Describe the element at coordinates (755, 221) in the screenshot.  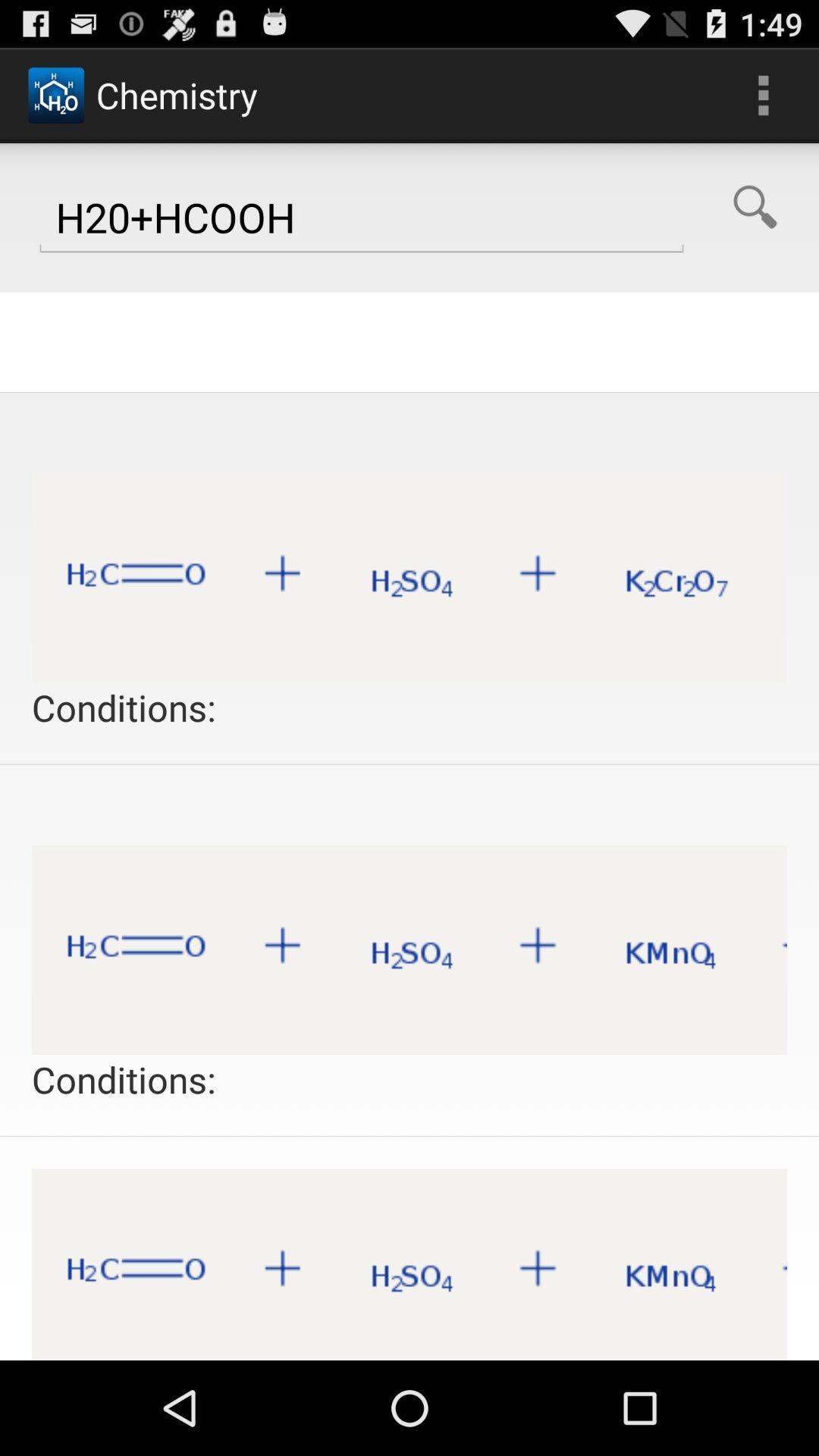
I see `the search icon` at that location.